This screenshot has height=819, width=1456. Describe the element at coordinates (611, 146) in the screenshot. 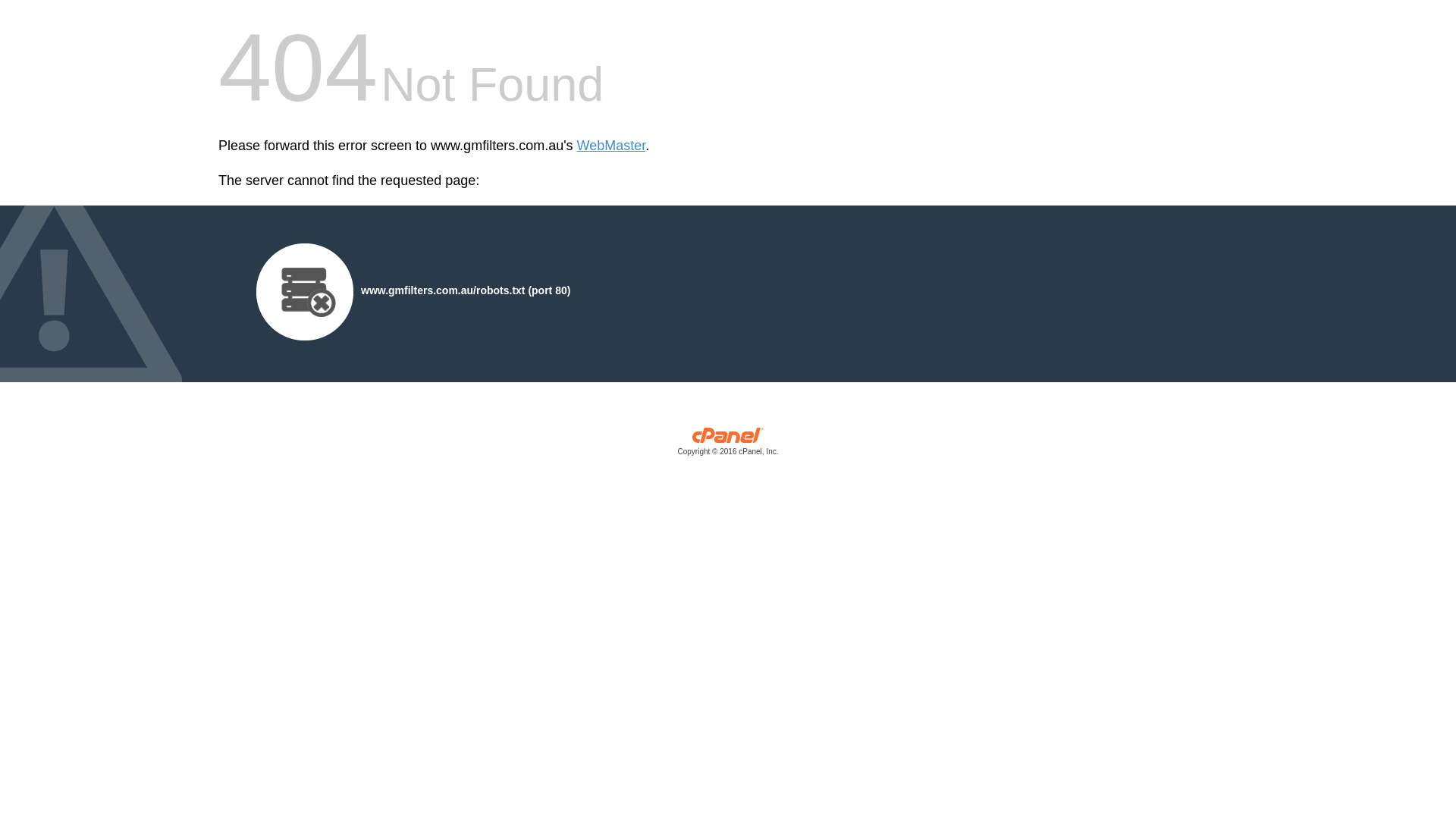

I see `'WebMaster'` at that location.